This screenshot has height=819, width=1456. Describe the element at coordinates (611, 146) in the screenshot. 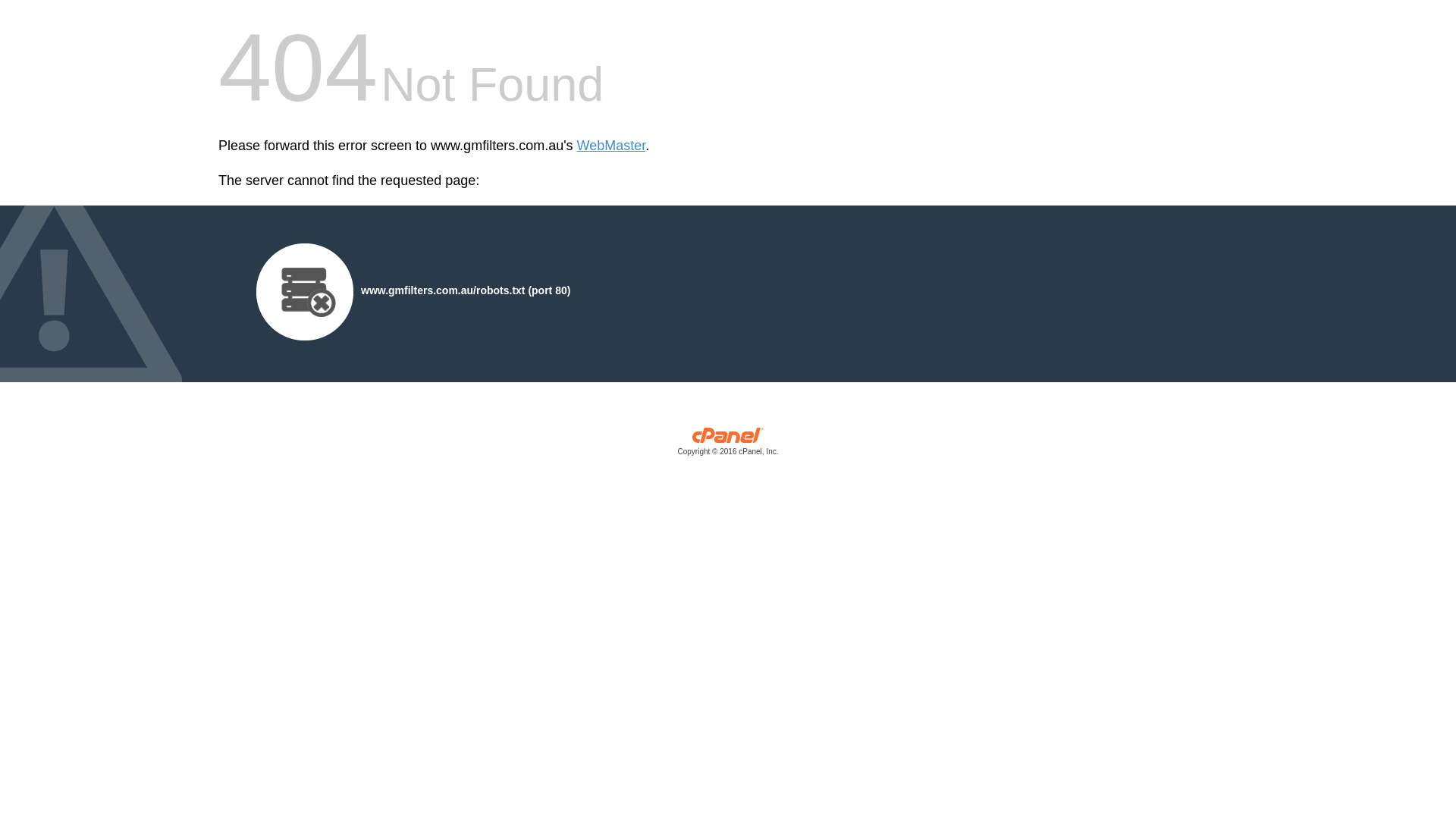

I see `'WebMaster'` at that location.